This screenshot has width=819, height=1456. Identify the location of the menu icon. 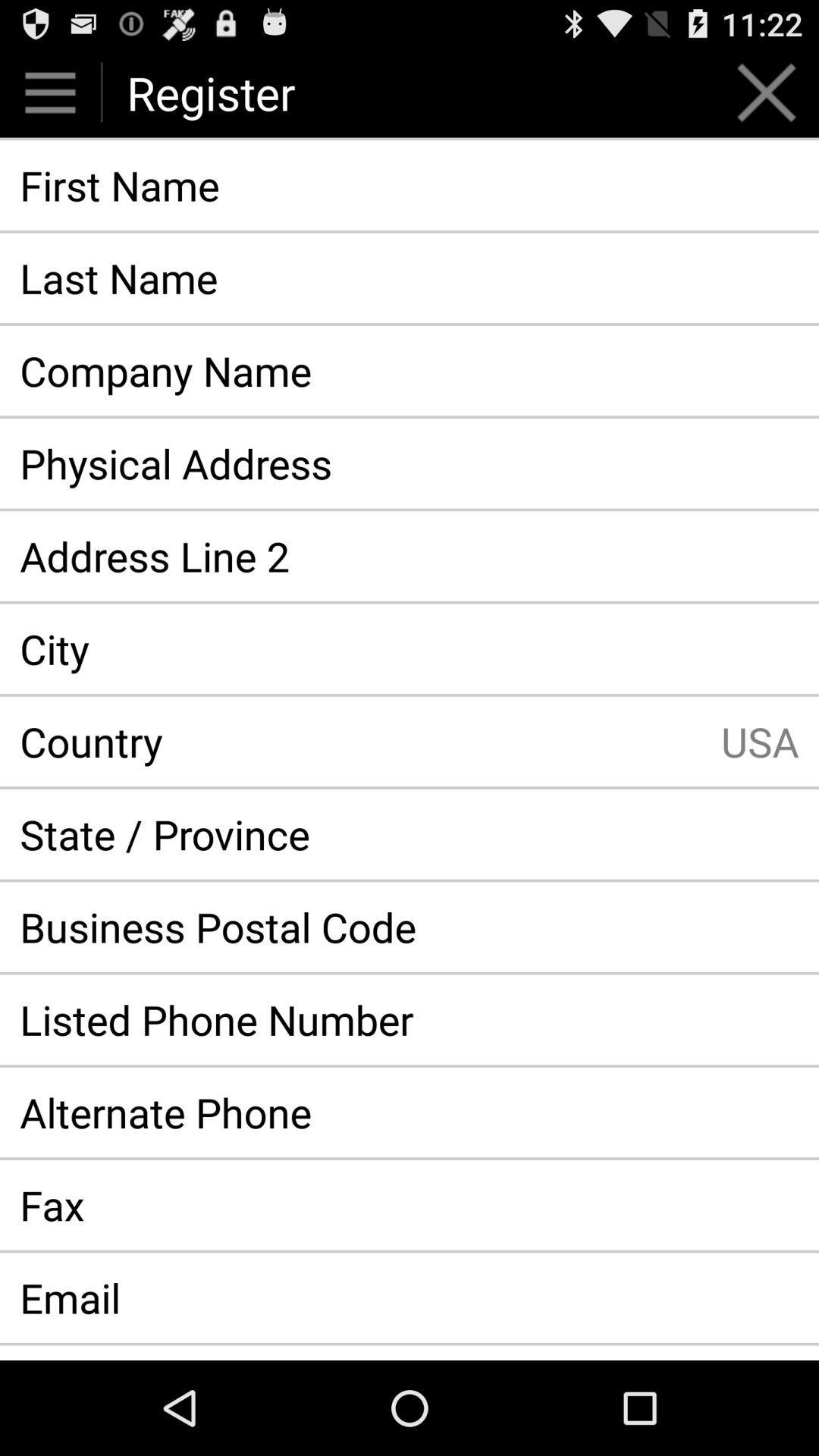
(49, 98).